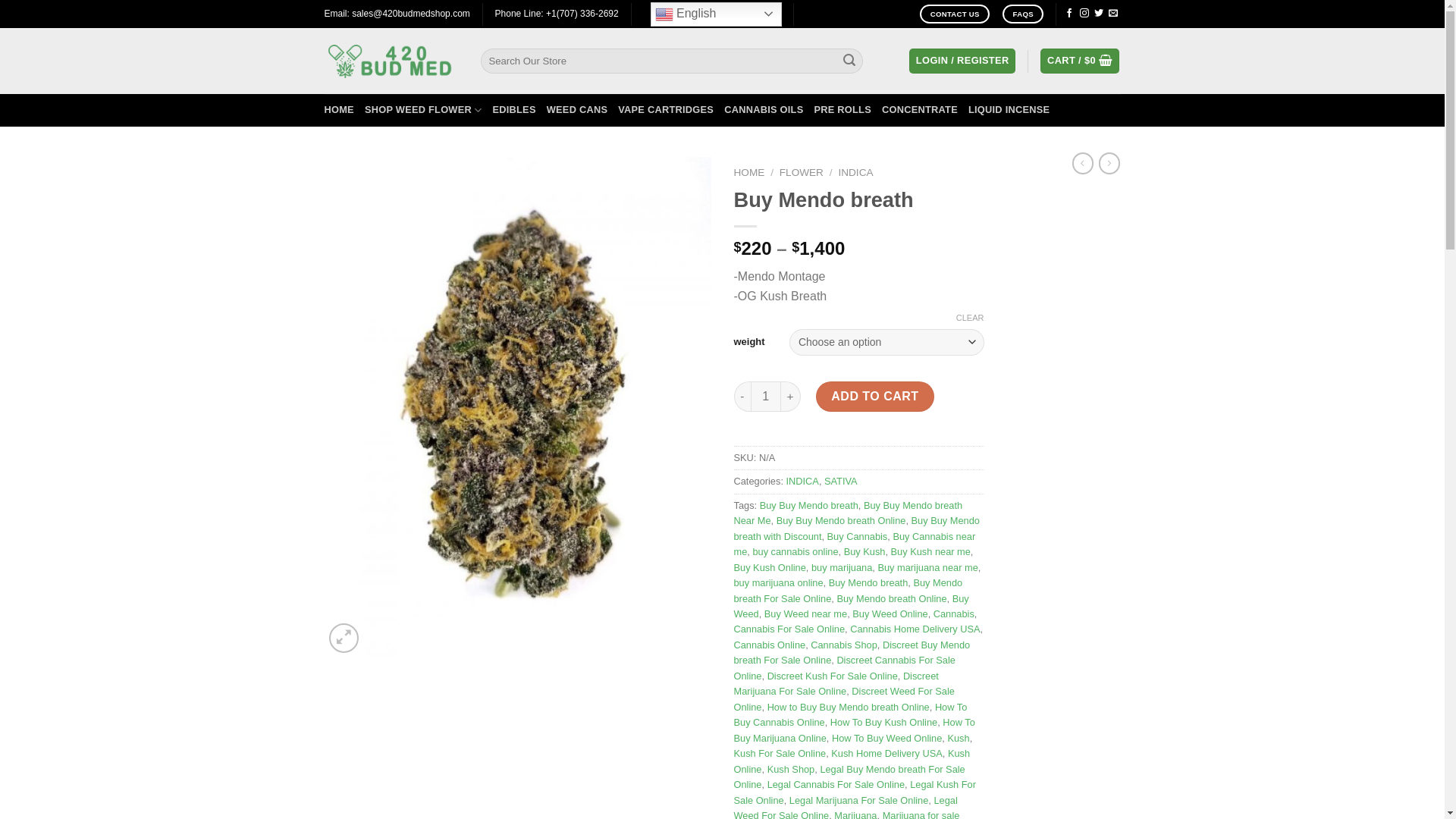 This screenshot has height=819, width=1456. What do you see at coordinates (513, 109) in the screenshot?
I see `'EDIBLES'` at bounding box center [513, 109].